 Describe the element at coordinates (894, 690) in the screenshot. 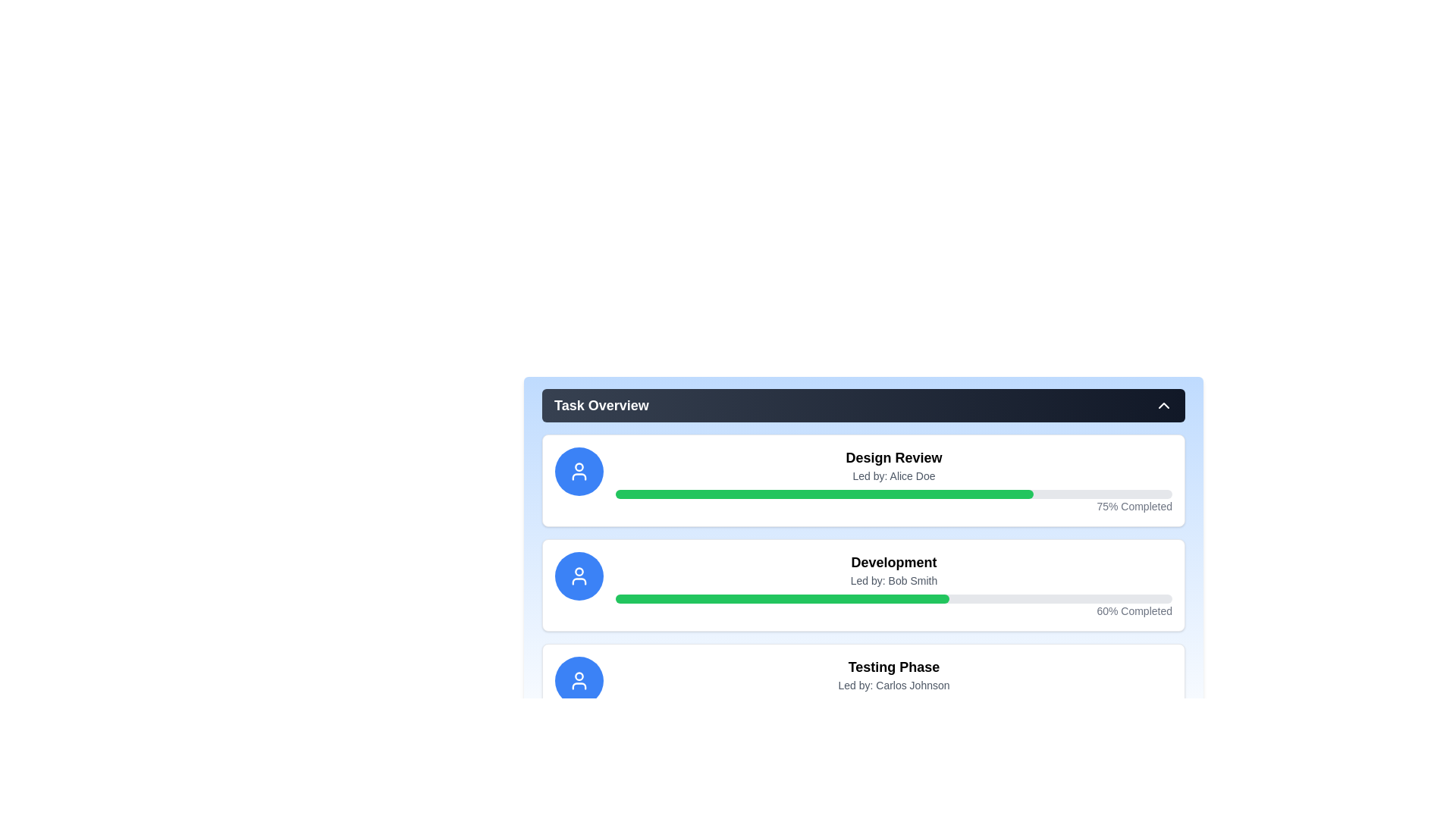

I see `'Testing Phase' text block with embedded progress indicator that shows '85% Completed' and is associated with Carlos Johnson` at that location.